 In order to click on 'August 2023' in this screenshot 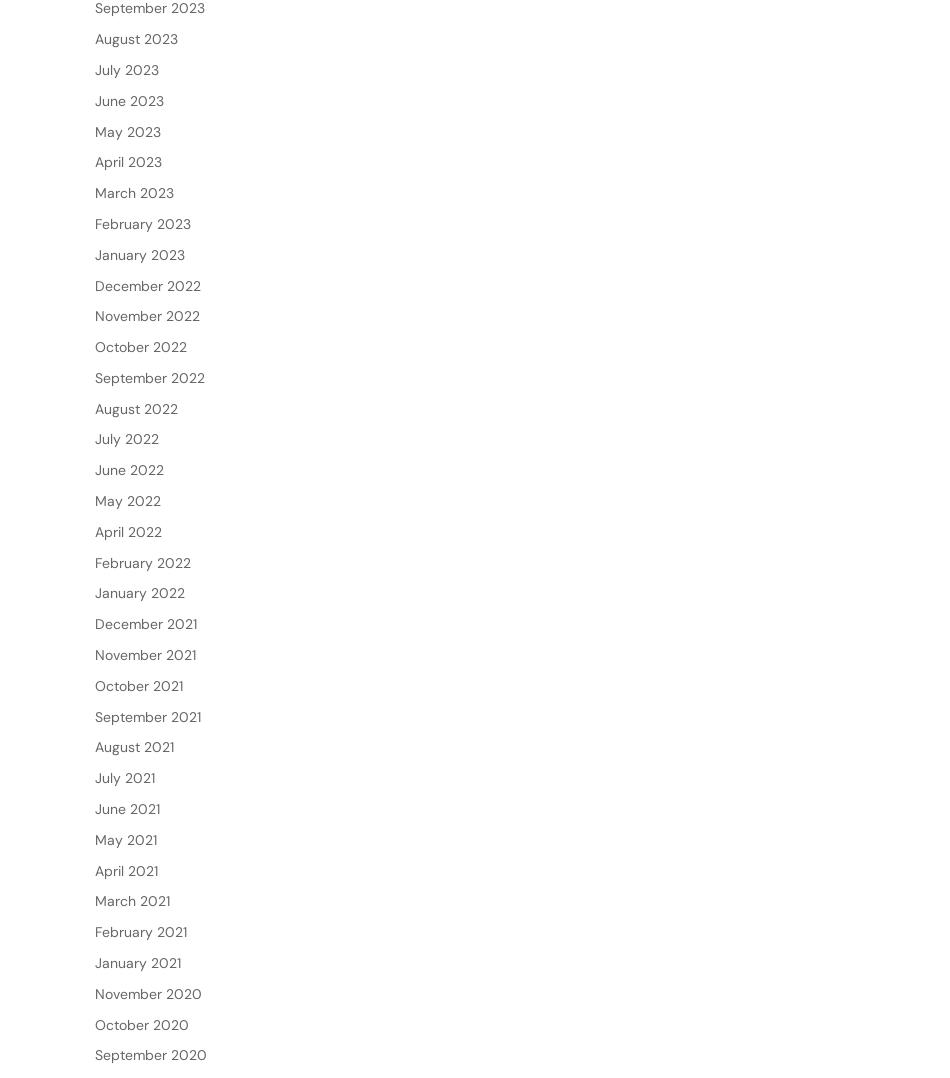, I will do `click(136, 101)`.